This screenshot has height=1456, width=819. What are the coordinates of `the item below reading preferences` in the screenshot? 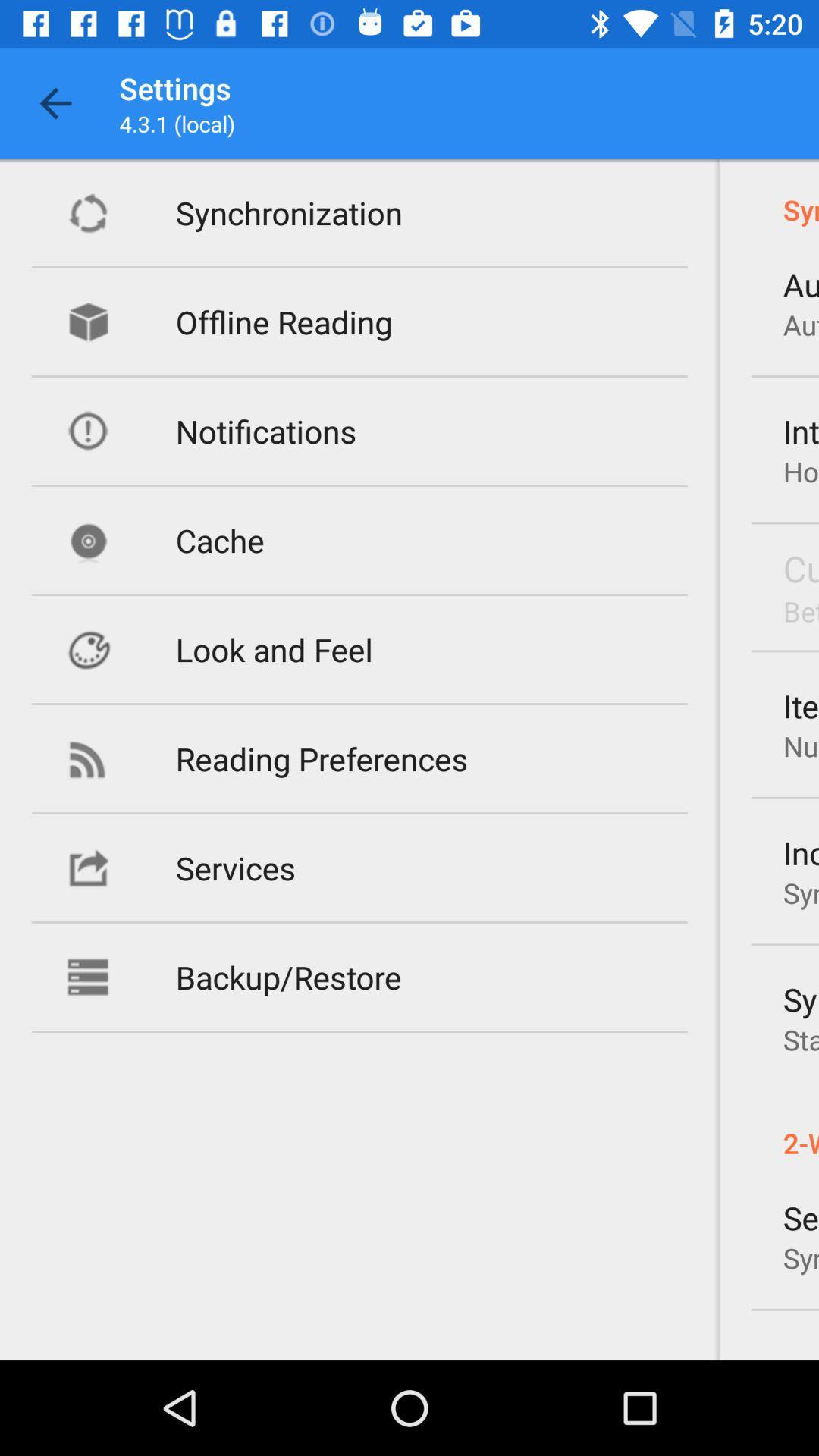 It's located at (235, 868).